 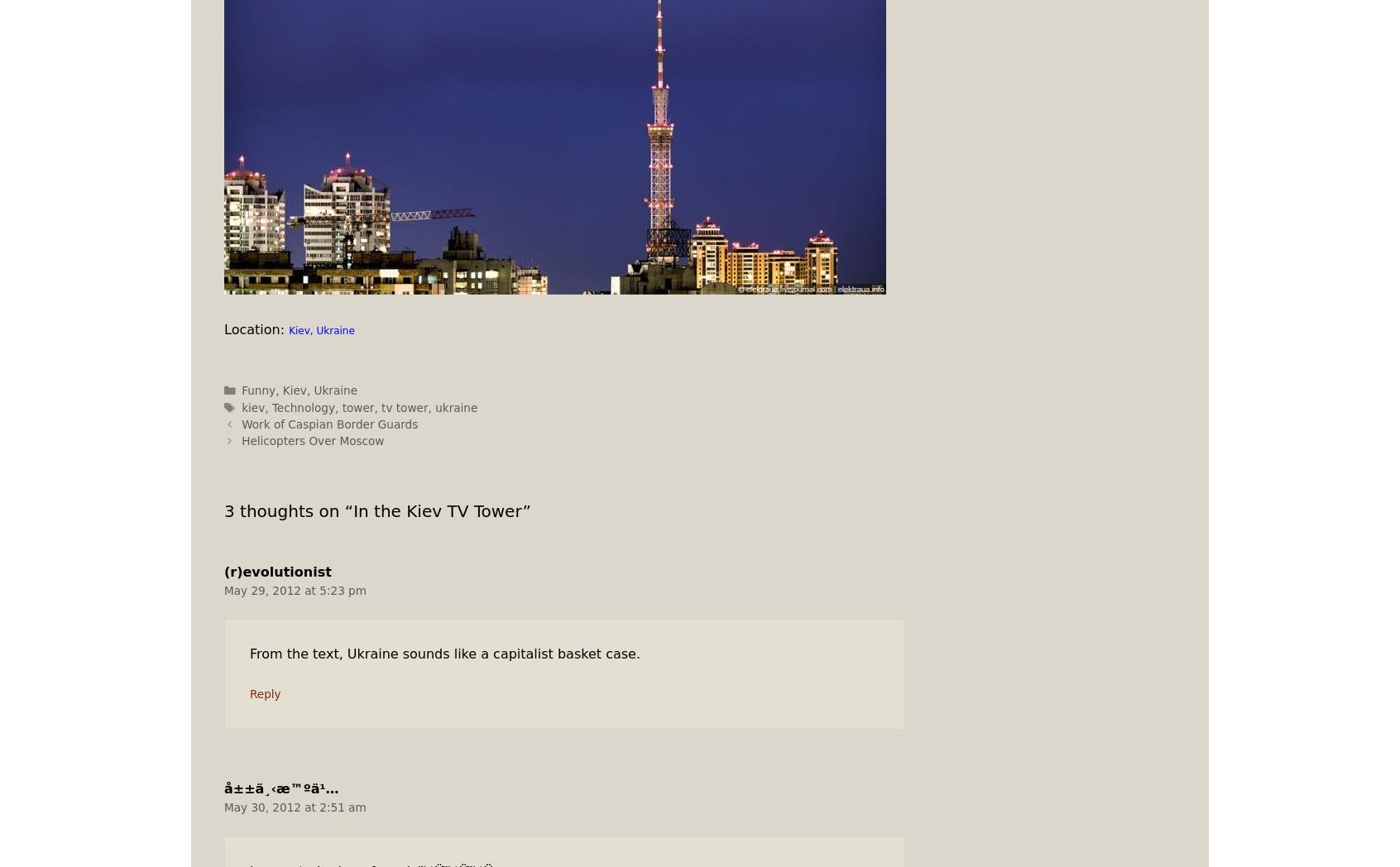 What do you see at coordinates (276, 571) in the screenshot?
I see `'(r)evolutionist'` at bounding box center [276, 571].